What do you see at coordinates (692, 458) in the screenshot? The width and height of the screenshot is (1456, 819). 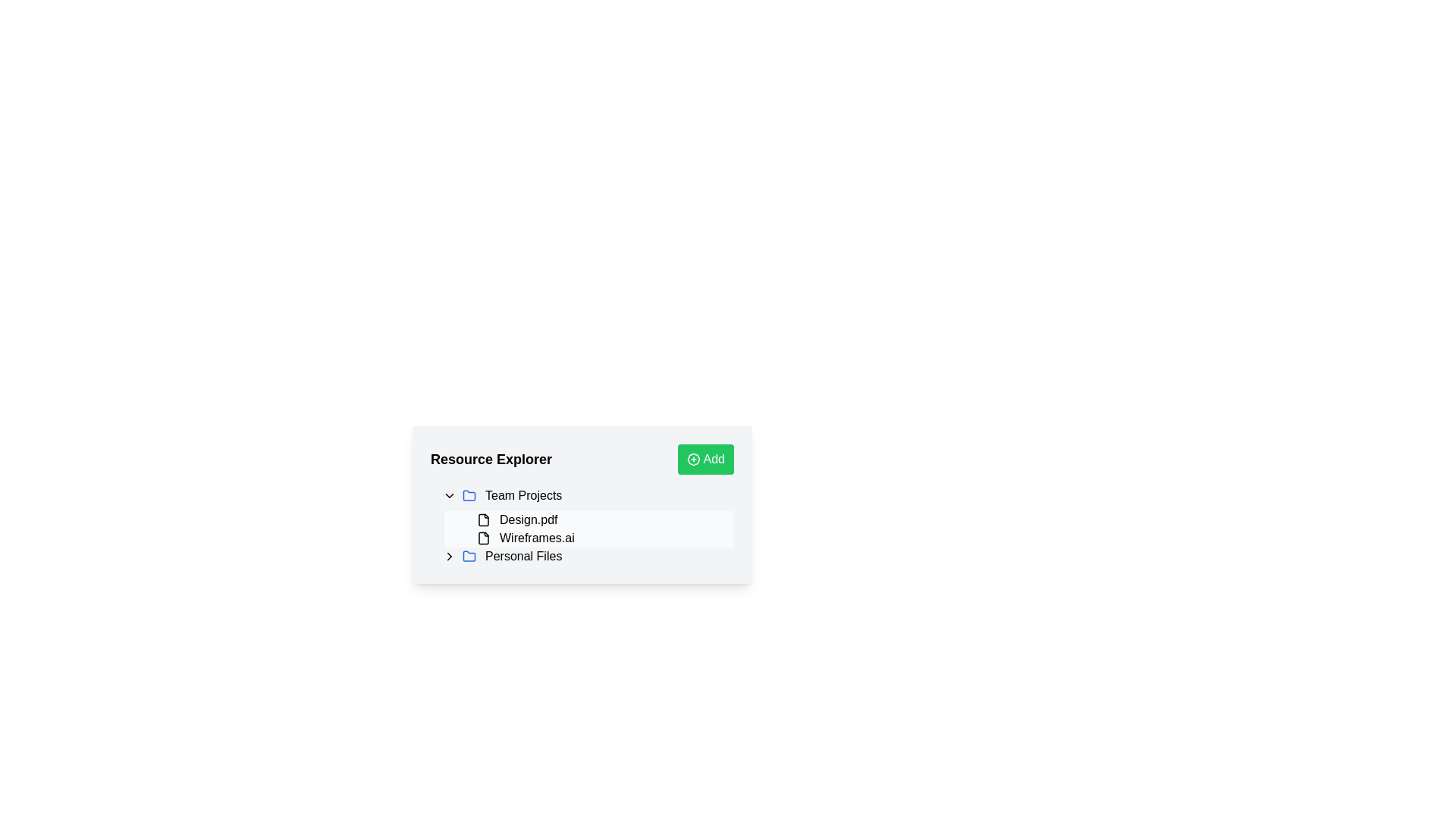 I see `the Decorative SVG graphic that enhances the 'Add' button in the top-right corner of the 'Resource Explorer' interface` at bounding box center [692, 458].